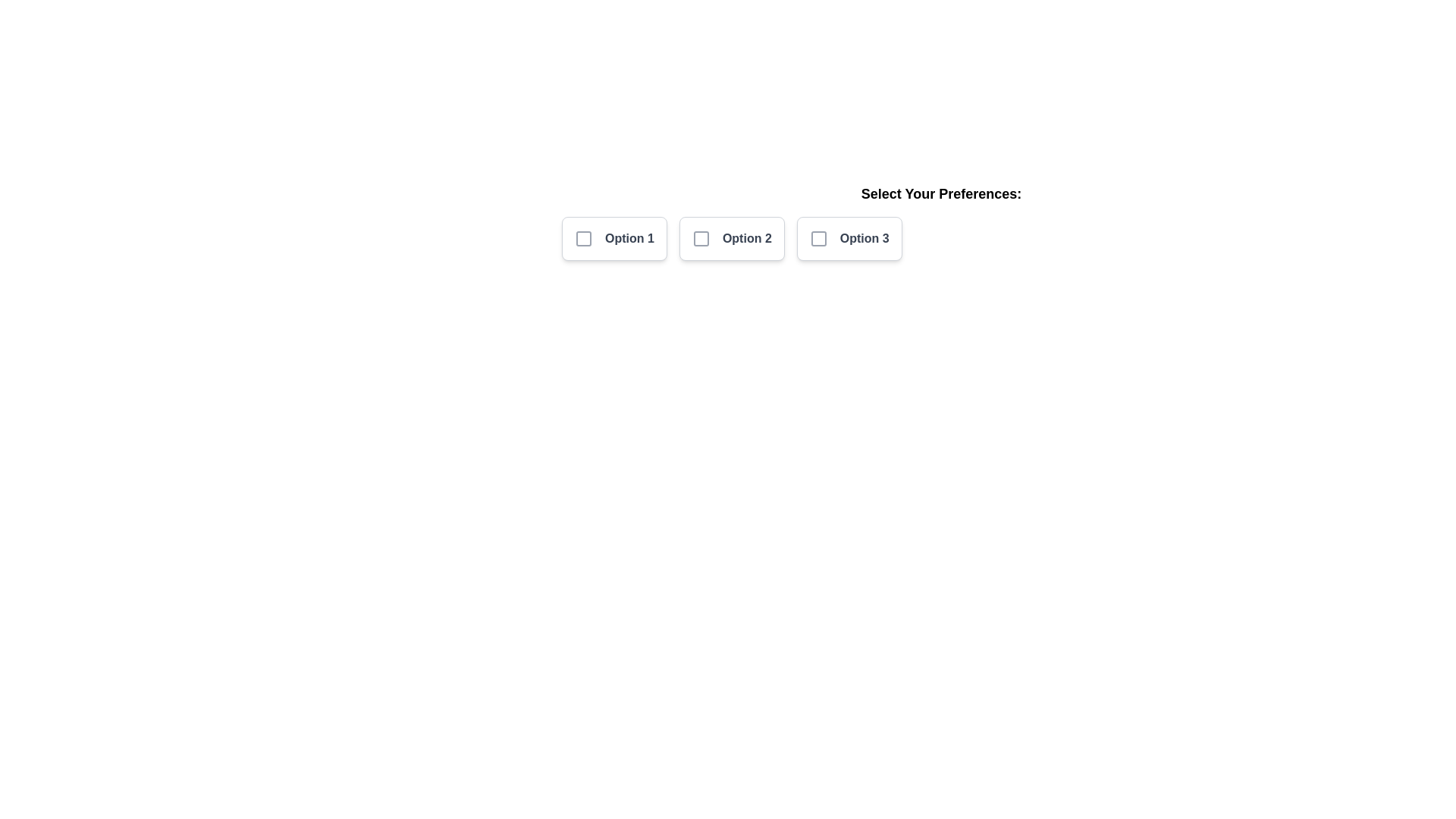 The width and height of the screenshot is (1456, 819). Describe the element at coordinates (747, 239) in the screenshot. I see `label UI element that indicates an option for the corresponding checkbox, positioned between 'Option 1' and 'Option 3' under 'Select Your Preferences.'` at that location.